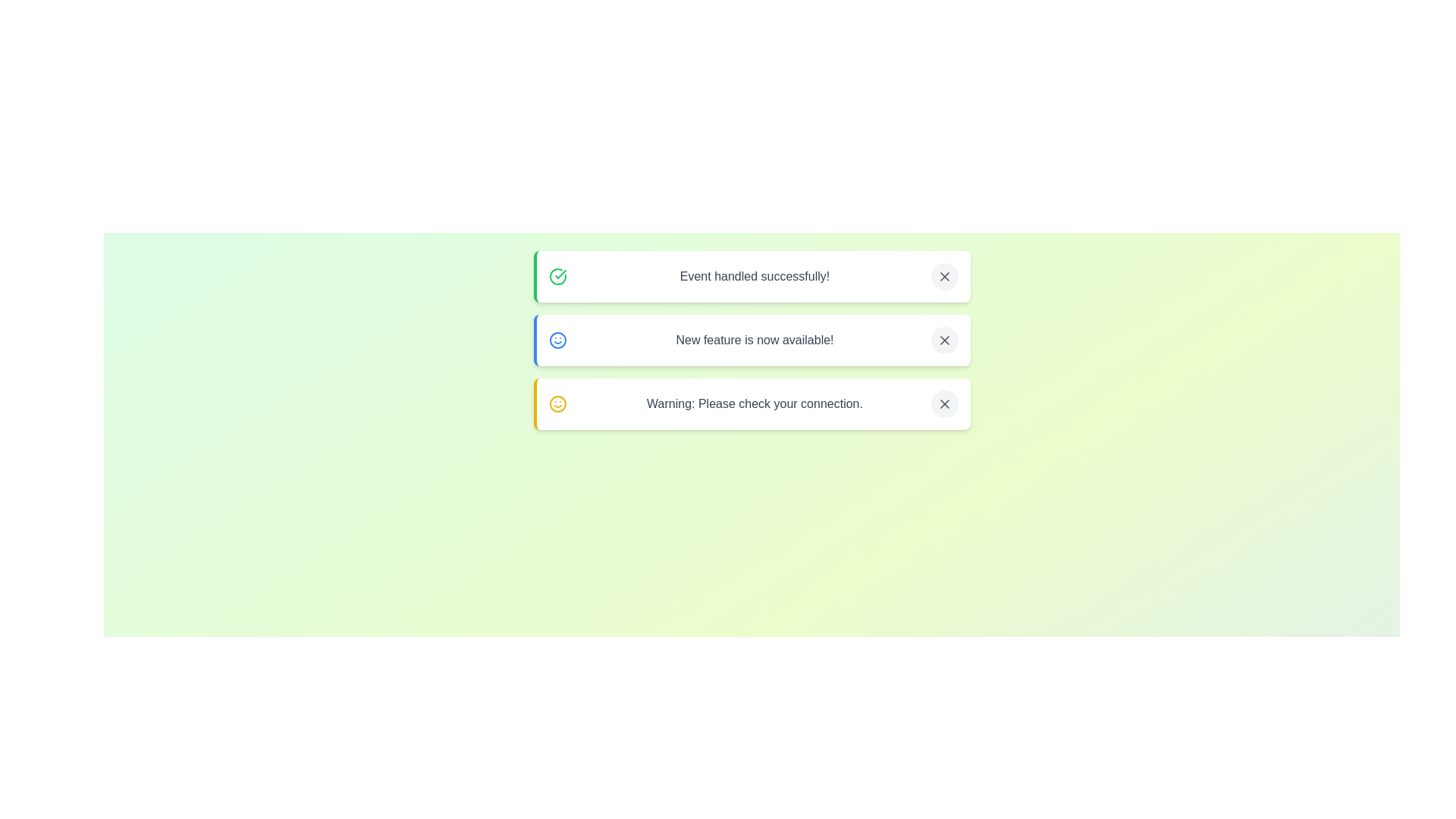 This screenshot has height=819, width=1456. Describe the element at coordinates (755, 403) in the screenshot. I see `the text label containing the message 'Warning: Please check your connection.' styled in grey, located inside the lowest notification box to the right of a yellow icon` at that location.